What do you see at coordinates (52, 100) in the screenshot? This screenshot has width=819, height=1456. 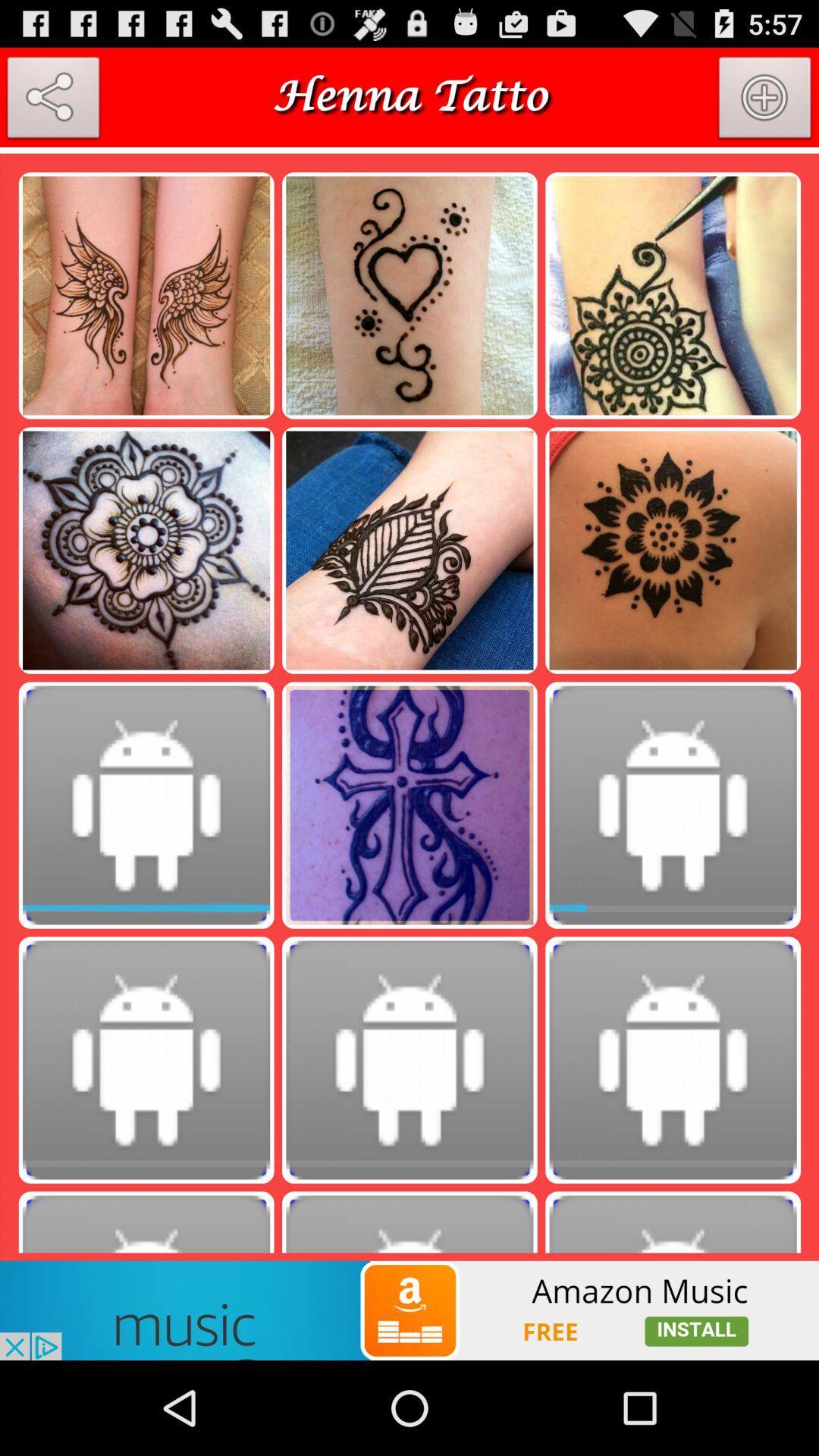 I see `share` at bounding box center [52, 100].